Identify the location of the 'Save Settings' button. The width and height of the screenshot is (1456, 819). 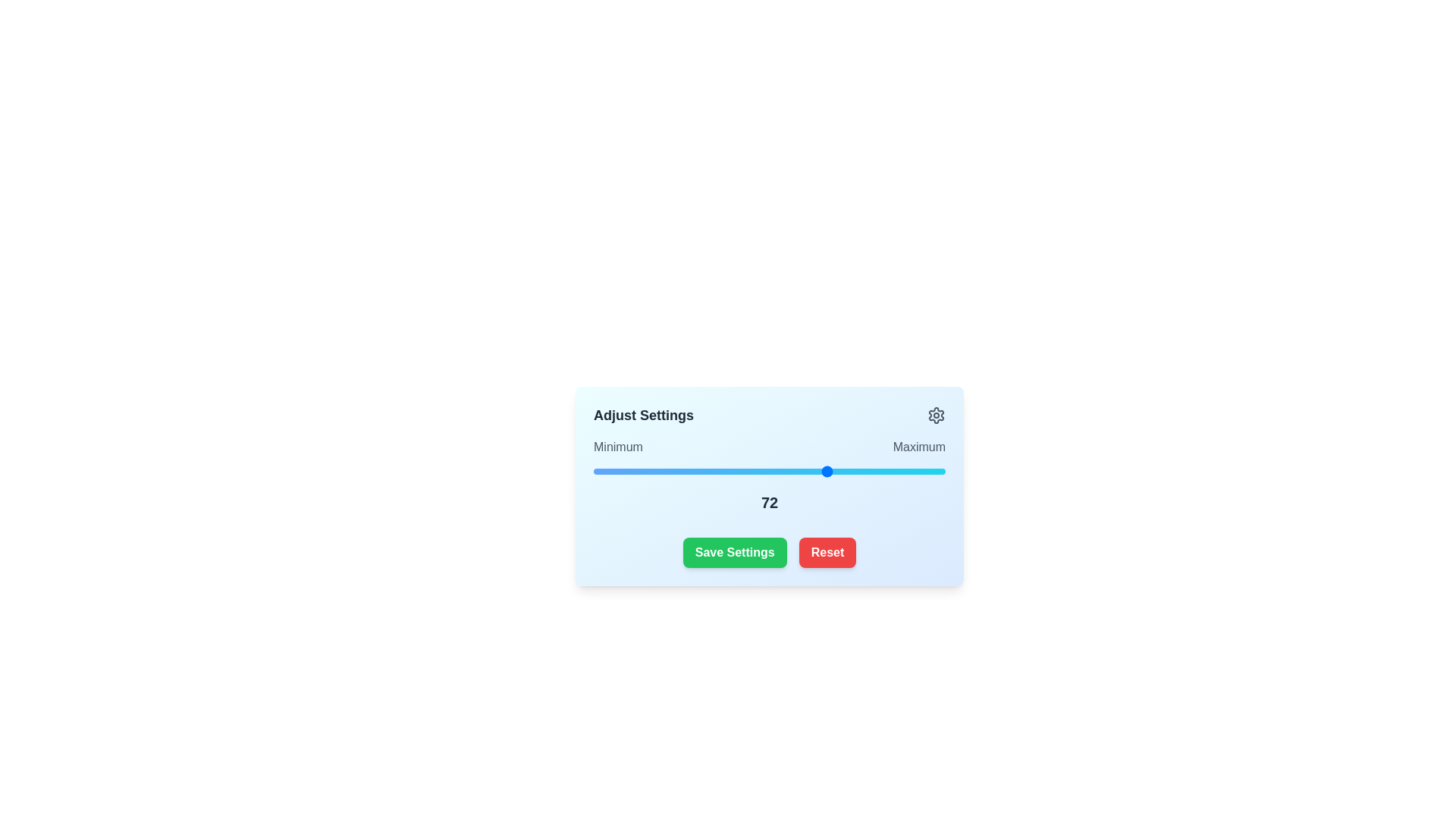
(735, 553).